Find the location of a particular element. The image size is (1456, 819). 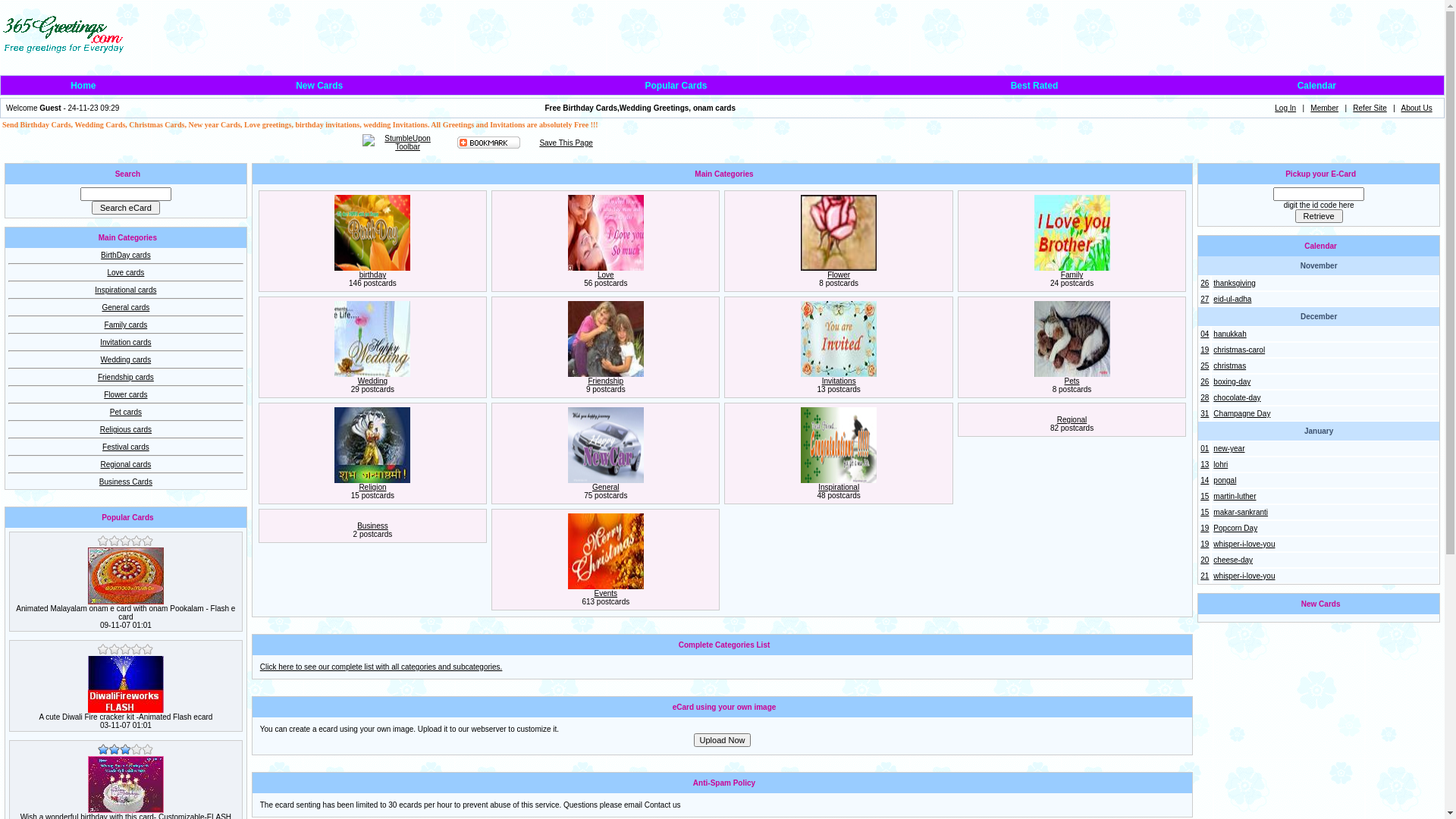

'whisper-i-love-you' is located at coordinates (1244, 576).